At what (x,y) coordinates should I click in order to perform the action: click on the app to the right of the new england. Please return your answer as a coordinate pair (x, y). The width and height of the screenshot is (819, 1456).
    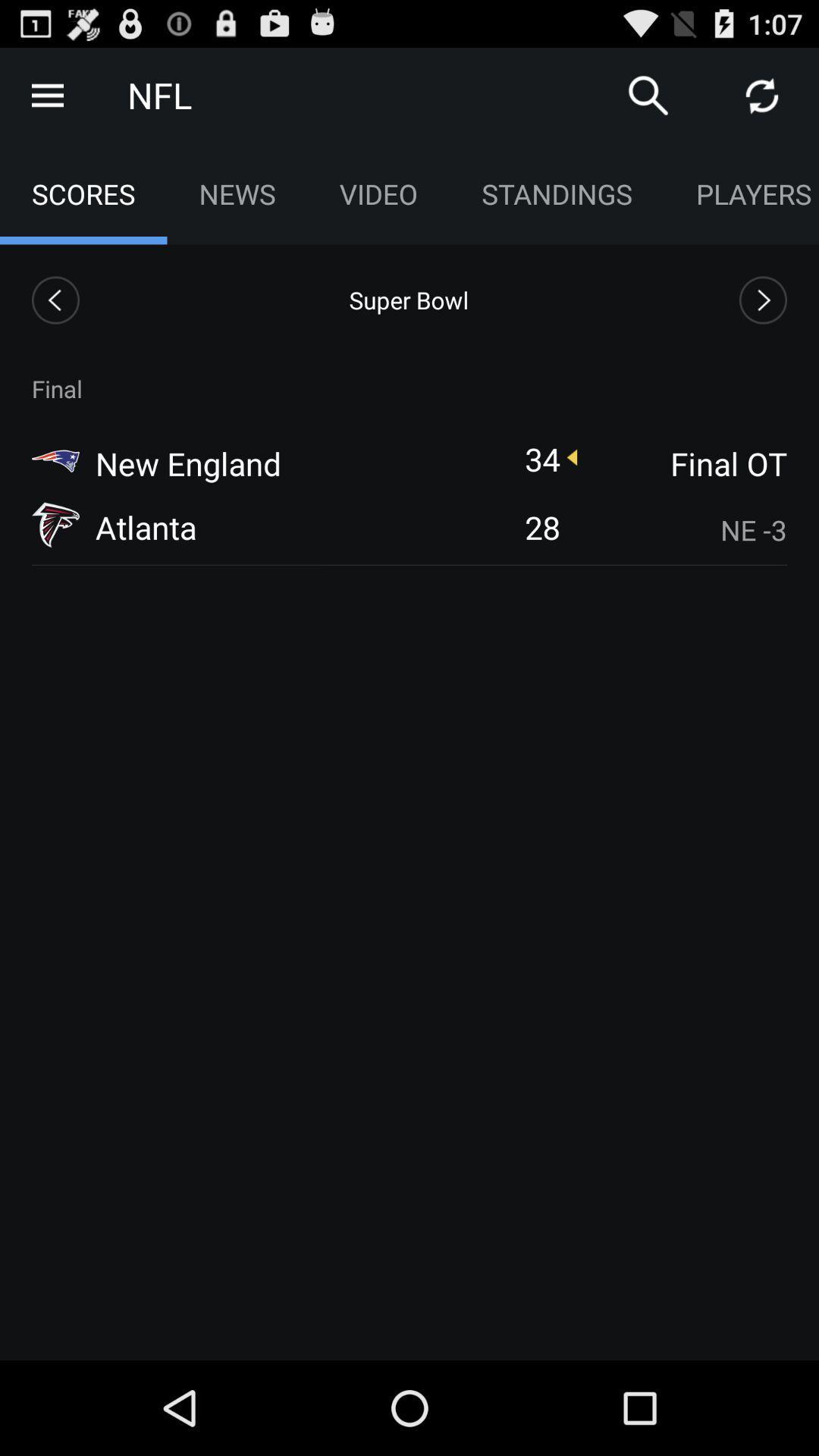
    Looking at the image, I should click on (541, 458).